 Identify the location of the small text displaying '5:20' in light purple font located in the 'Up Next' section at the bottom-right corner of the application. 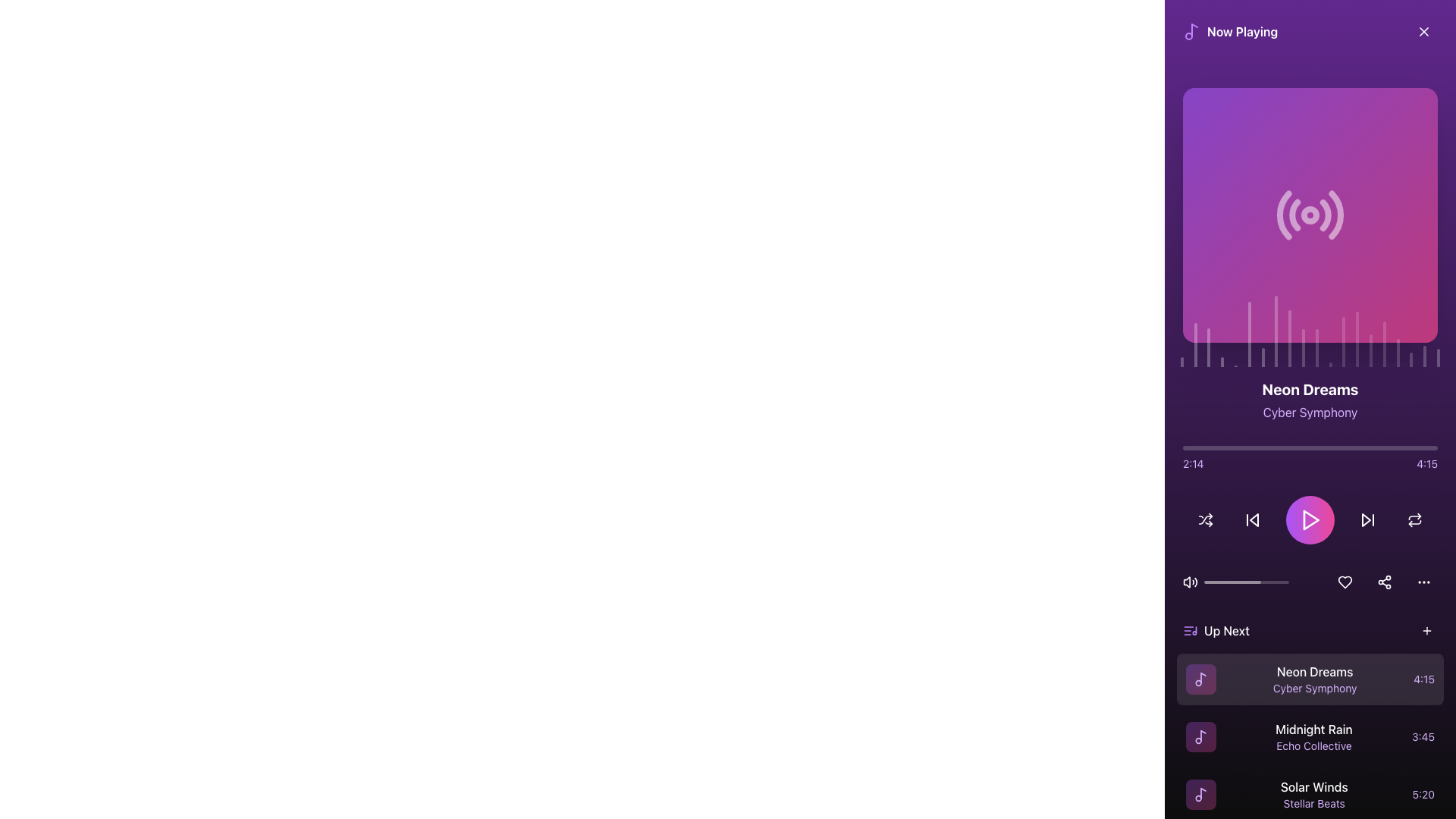
(1423, 794).